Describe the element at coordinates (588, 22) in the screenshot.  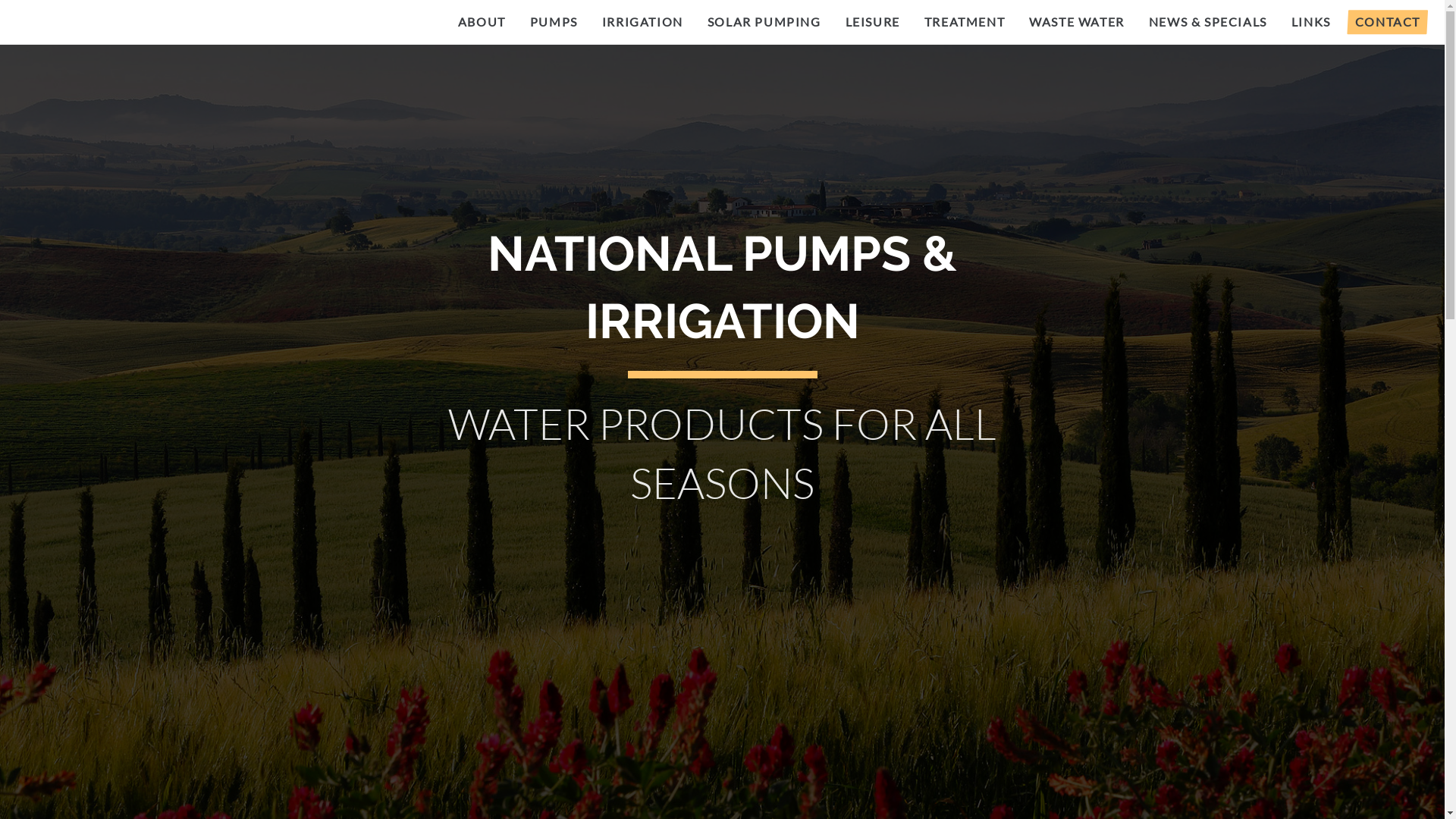
I see `'IRRIGATION'` at that location.